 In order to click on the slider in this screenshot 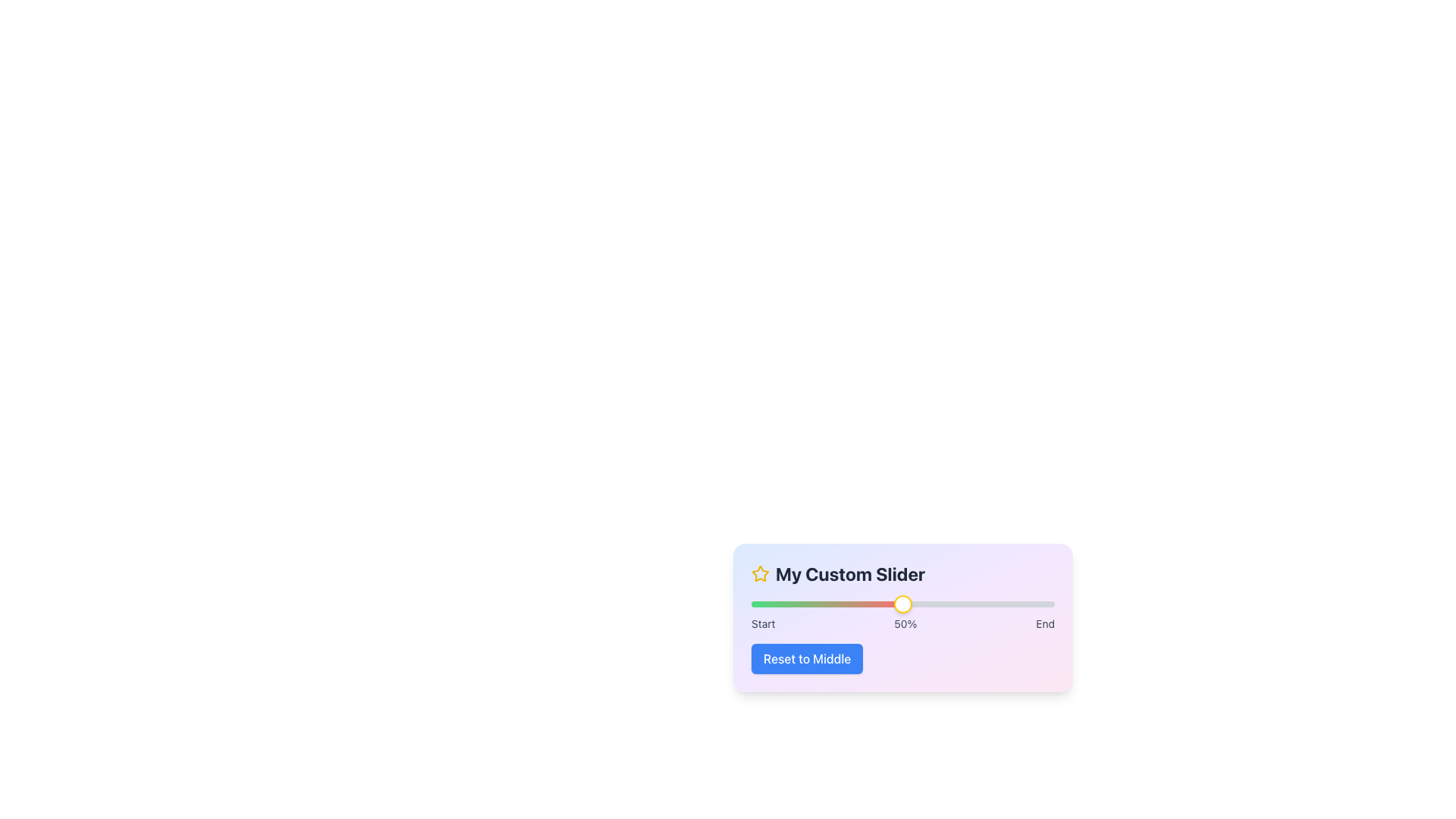, I will do `click(829, 604)`.